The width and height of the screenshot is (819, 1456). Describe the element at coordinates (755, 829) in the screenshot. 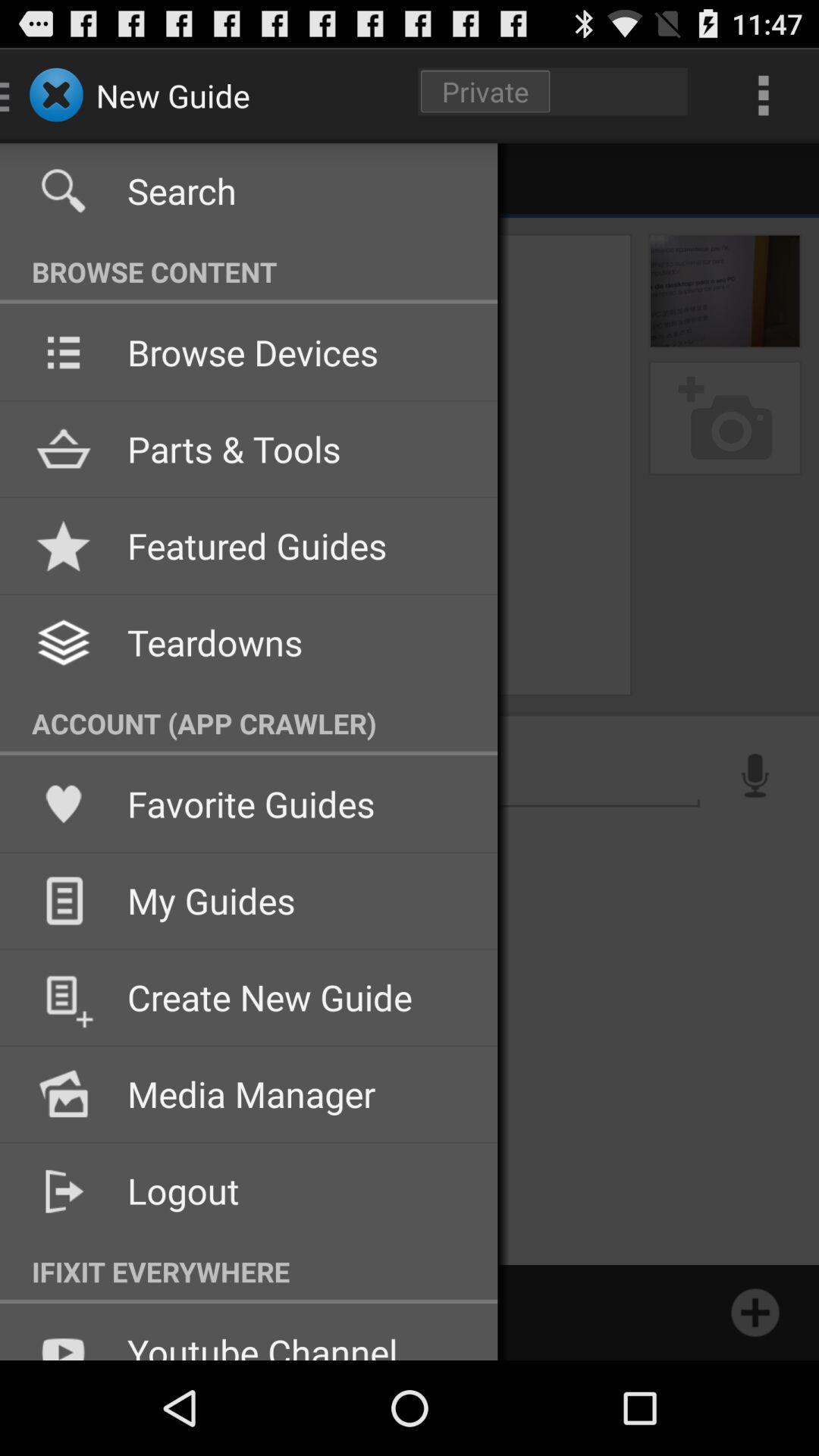

I see `the microphone icon` at that location.